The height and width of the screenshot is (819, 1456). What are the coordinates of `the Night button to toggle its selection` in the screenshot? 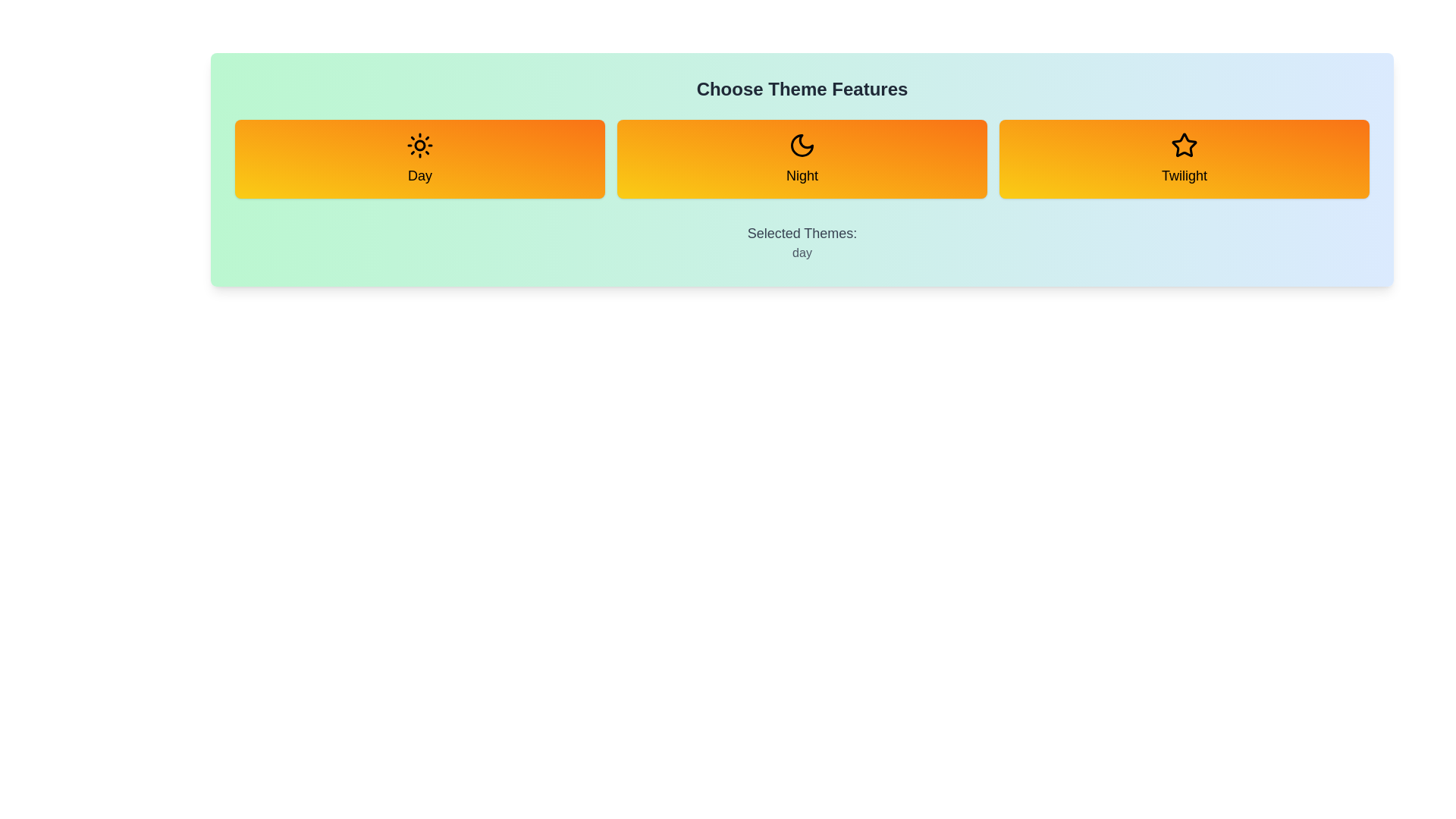 It's located at (801, 158).